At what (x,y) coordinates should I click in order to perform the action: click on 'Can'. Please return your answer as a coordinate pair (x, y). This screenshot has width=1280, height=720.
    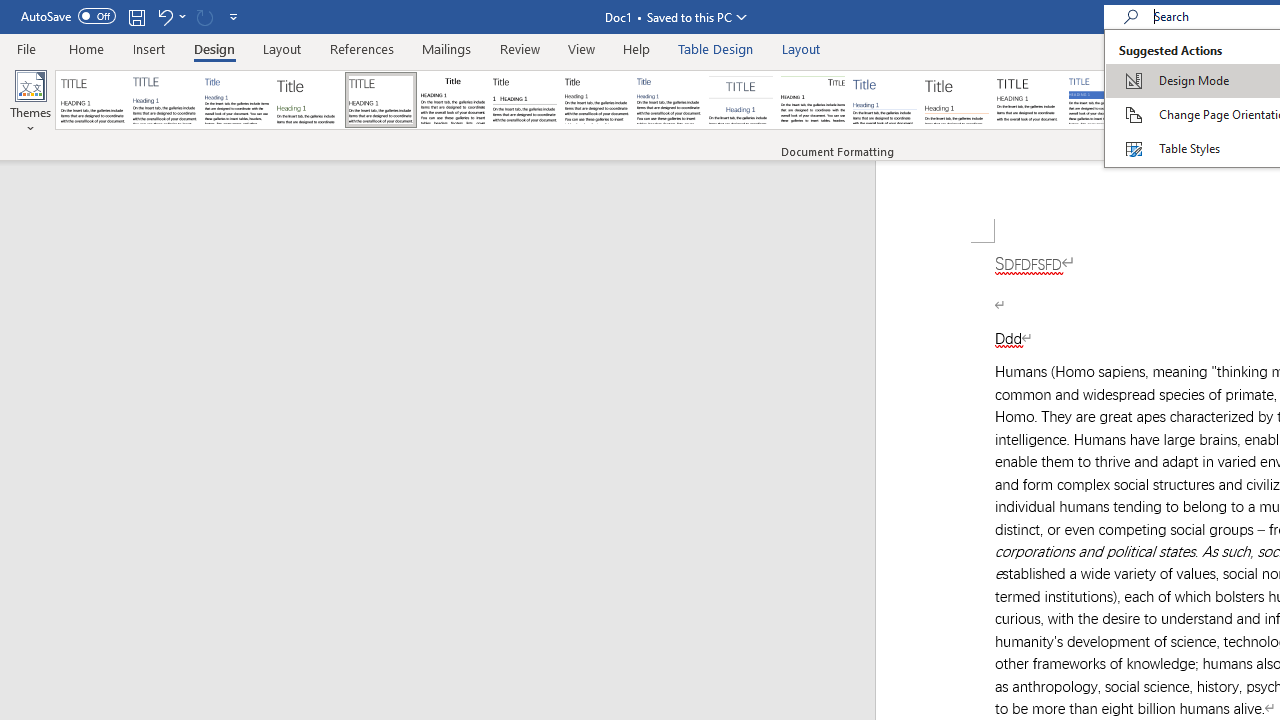
    Looking at the image, I should click on (204, 16).